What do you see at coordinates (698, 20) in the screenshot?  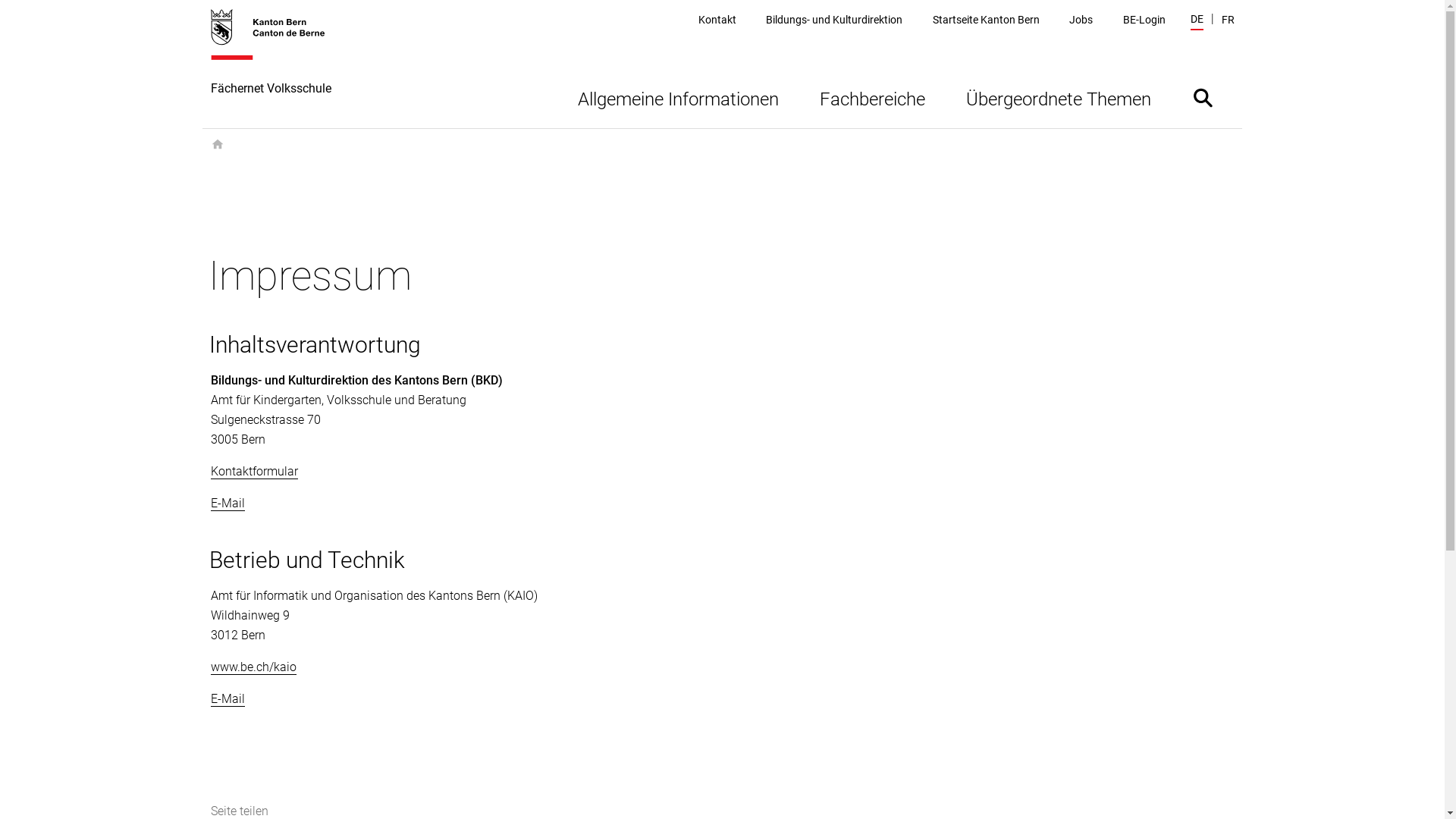 I see `'Kontakt'` at bounding box center [698, 20].